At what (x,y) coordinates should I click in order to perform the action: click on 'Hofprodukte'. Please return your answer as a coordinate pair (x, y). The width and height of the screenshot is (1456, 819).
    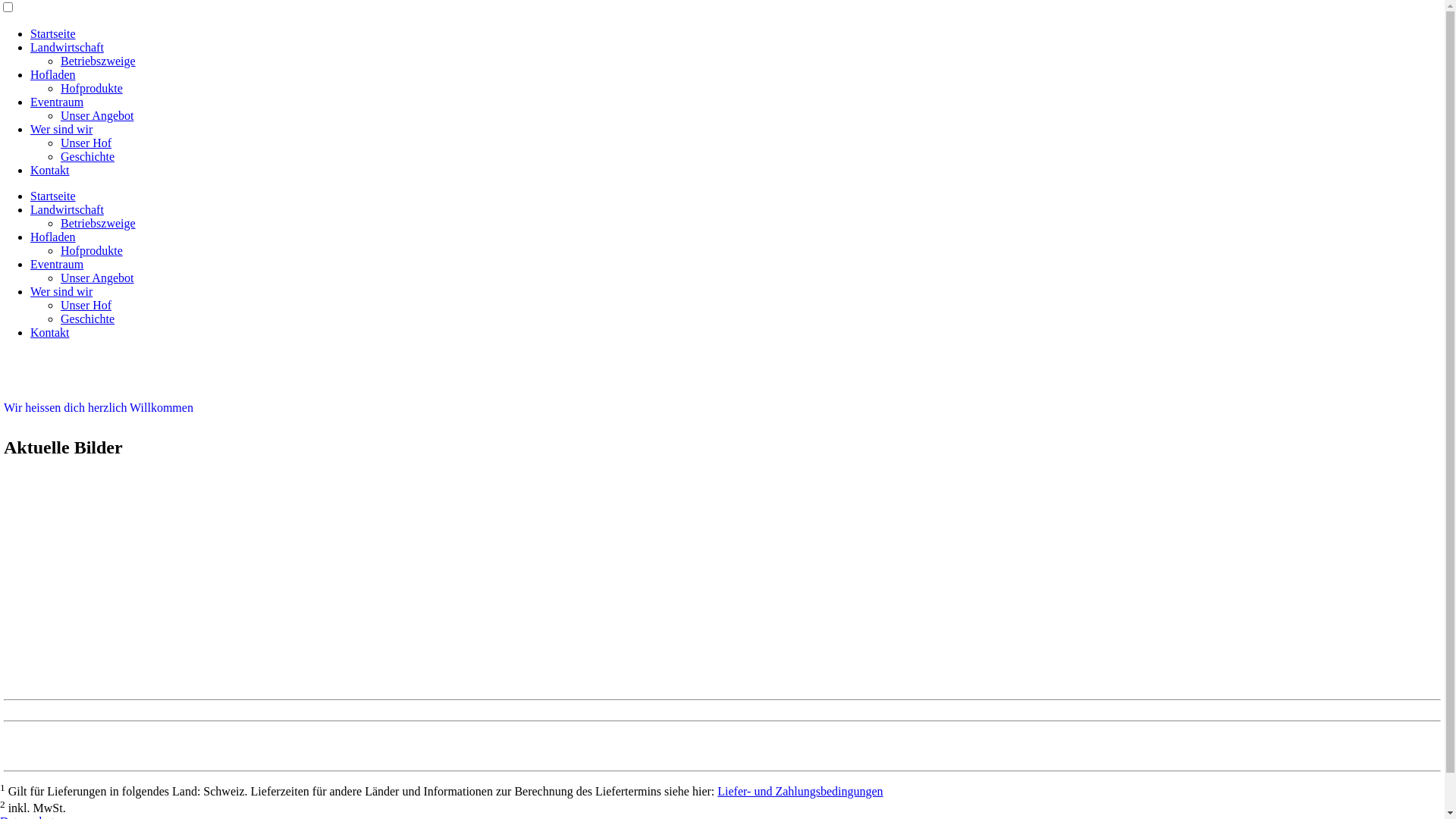
    Looking at the image, I should click on (90, 88).